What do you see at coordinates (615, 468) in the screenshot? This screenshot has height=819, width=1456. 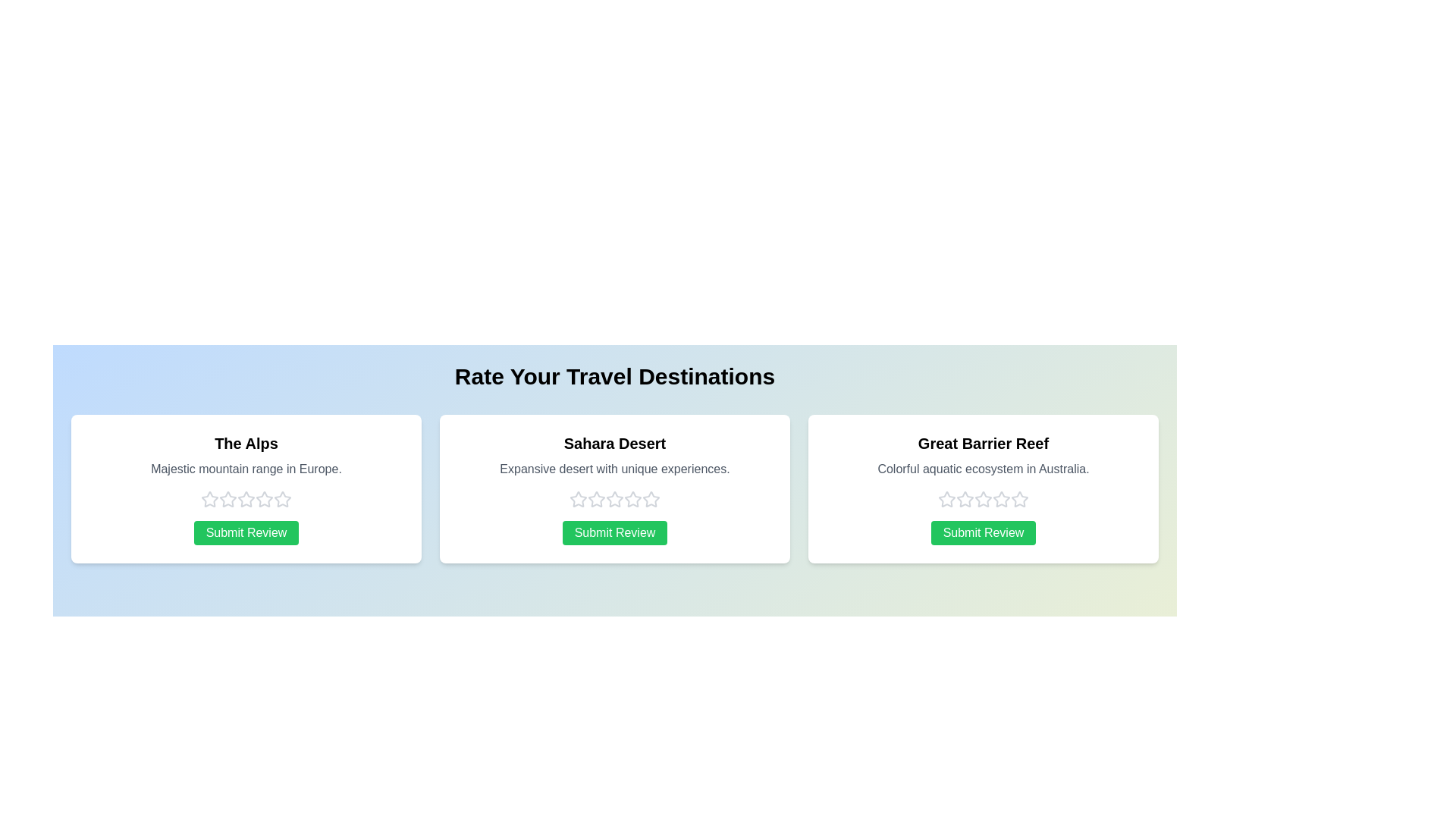 I see `the description of Sahara Desert` at bounding box center [615, 468].